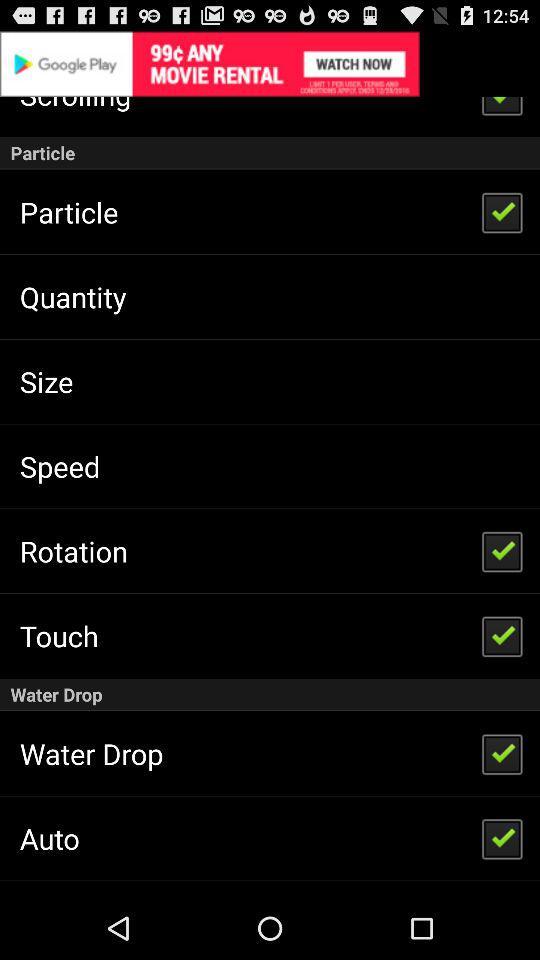 The height and width of the screenshot is (960, 540). Describe the element at coordinates (270, 64) in the screenshot. I see `advertisement` at that location.